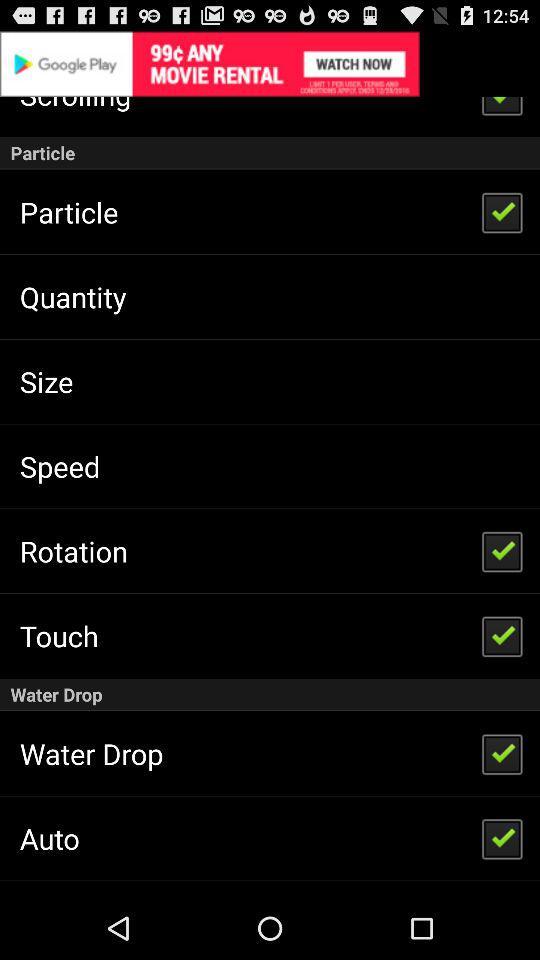 The height and width of the screenshot is (960, 540). Describe the element at coordinates (270, 64) in the screenshot. I see `advertisement` at that location.